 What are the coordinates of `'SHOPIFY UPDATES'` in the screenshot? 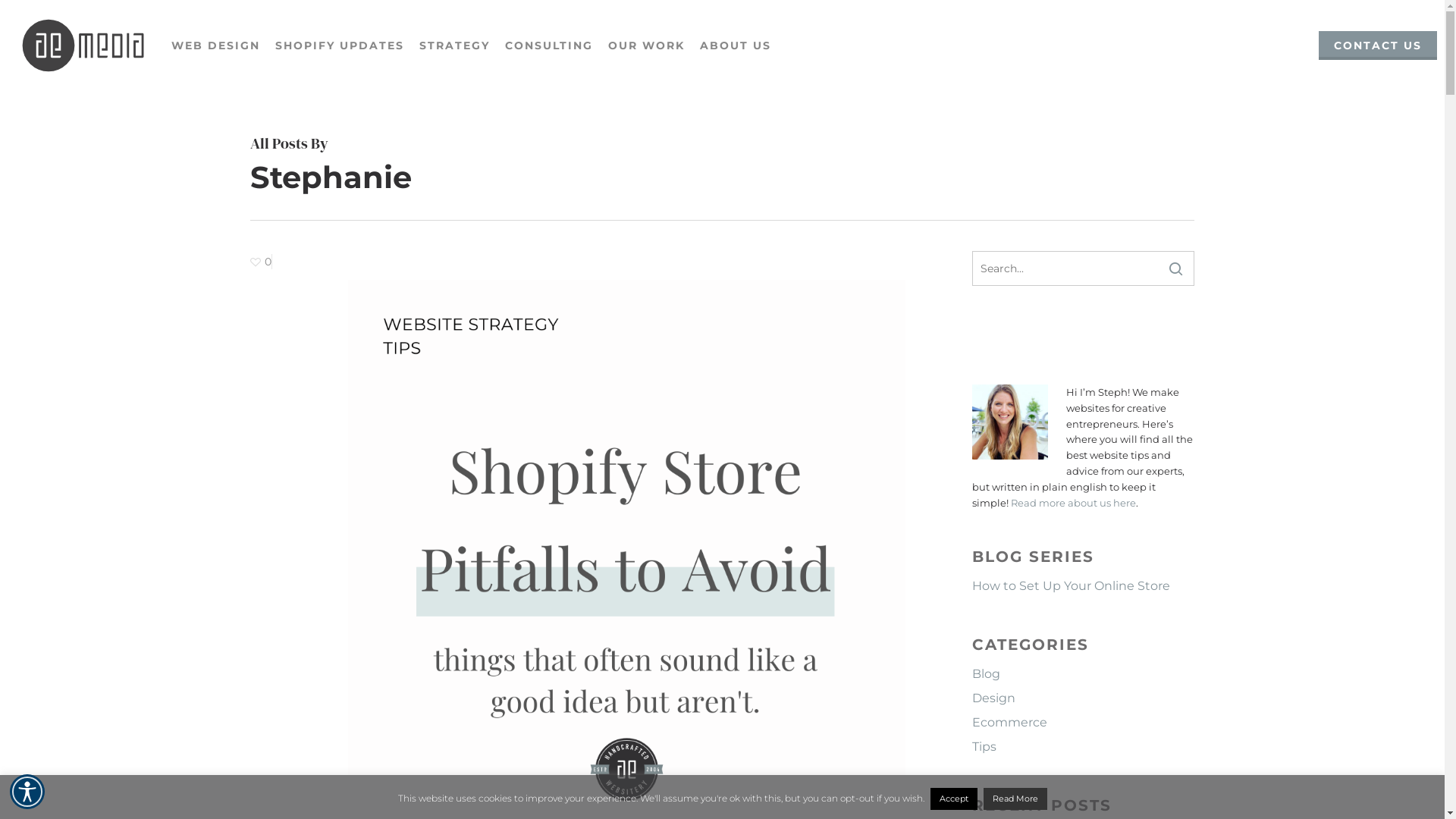 It's located at (338, 45).